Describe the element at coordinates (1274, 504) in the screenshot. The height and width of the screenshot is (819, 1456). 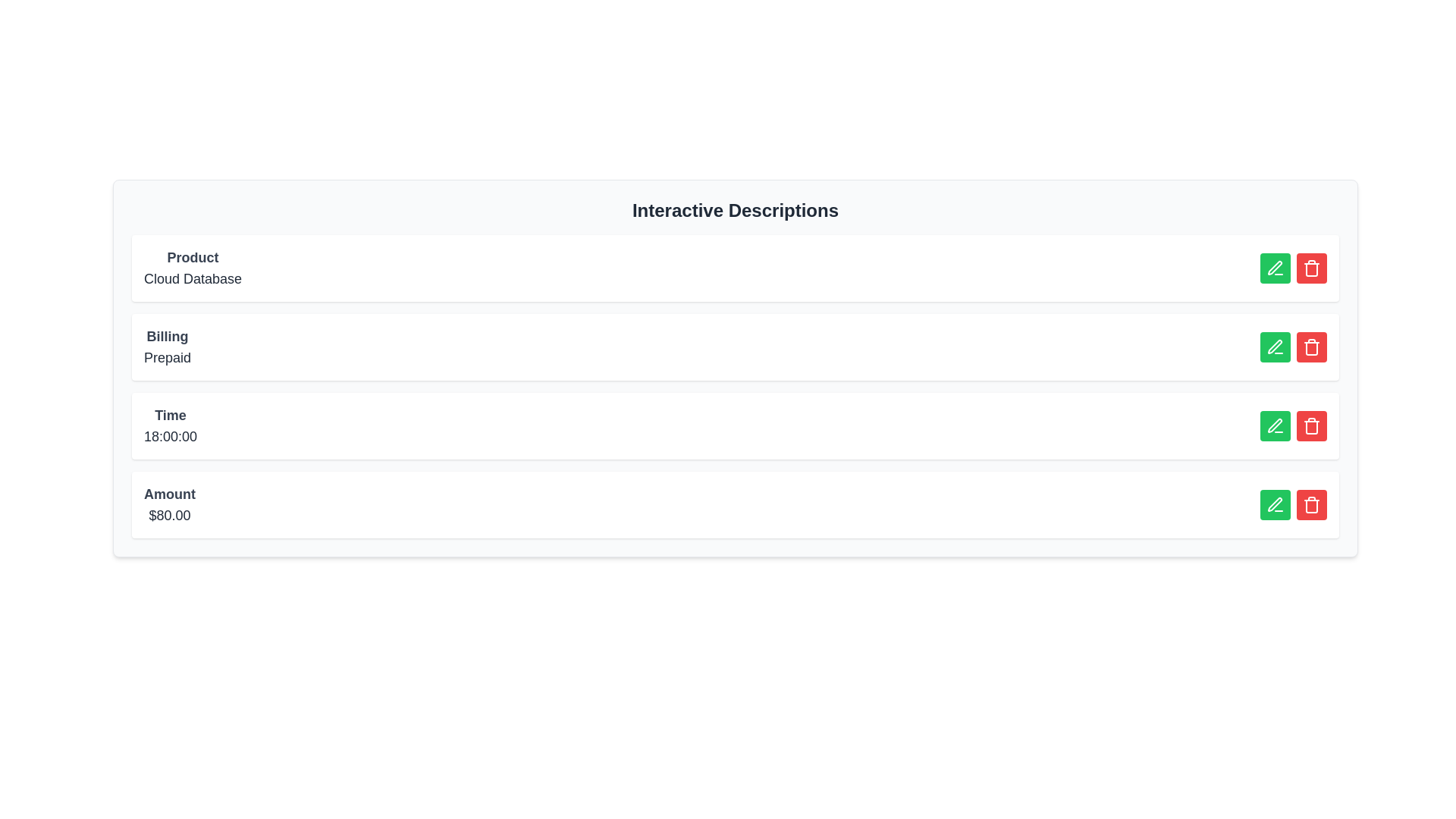
I see `the edit icon located in the bottom-most row of the interface, to the far right within the same row as the 'Amount' label and value to initiate an edit action` at that location.